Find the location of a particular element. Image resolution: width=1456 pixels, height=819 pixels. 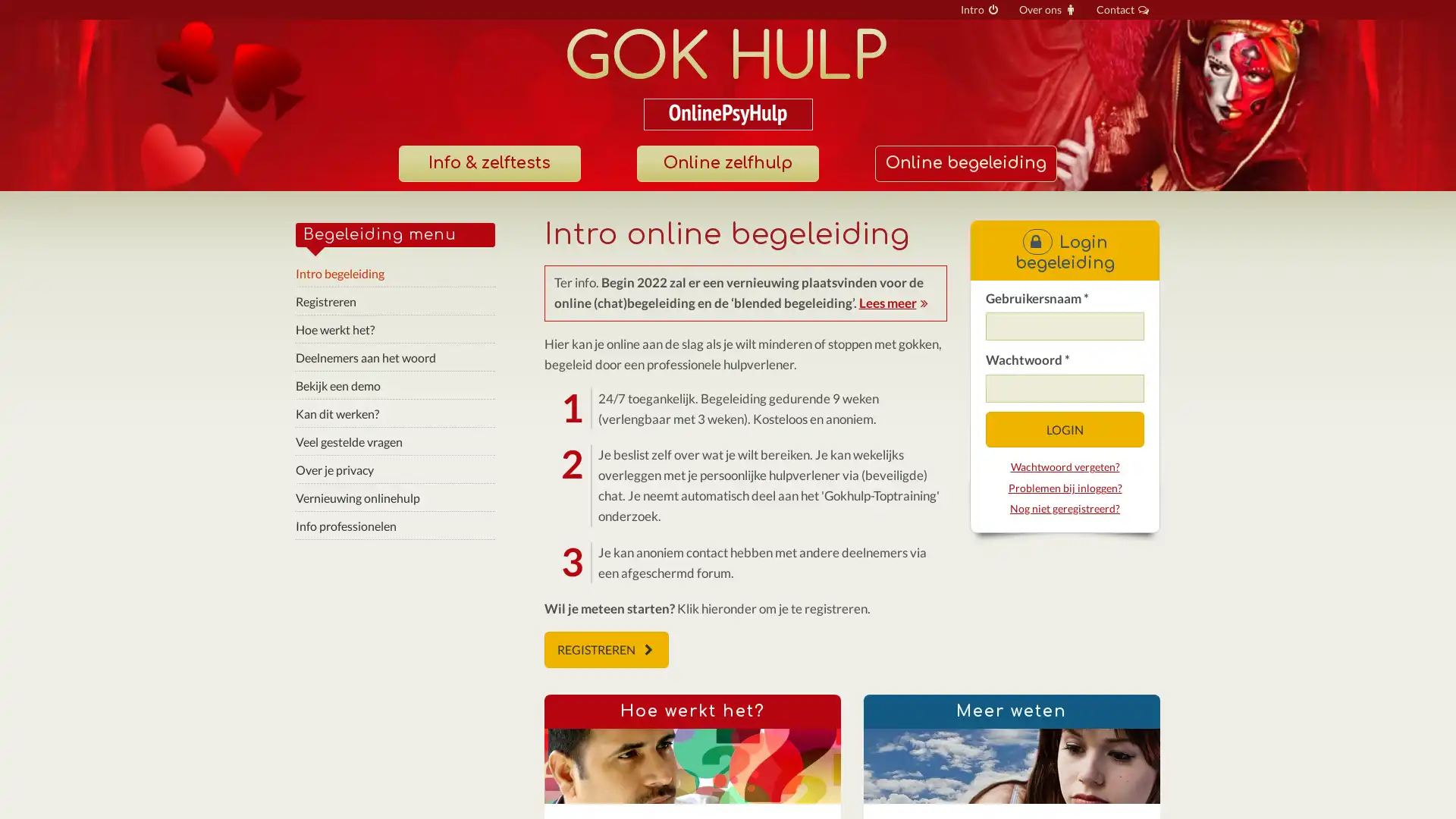

LOGIN is located at coordinates (1063, 429).